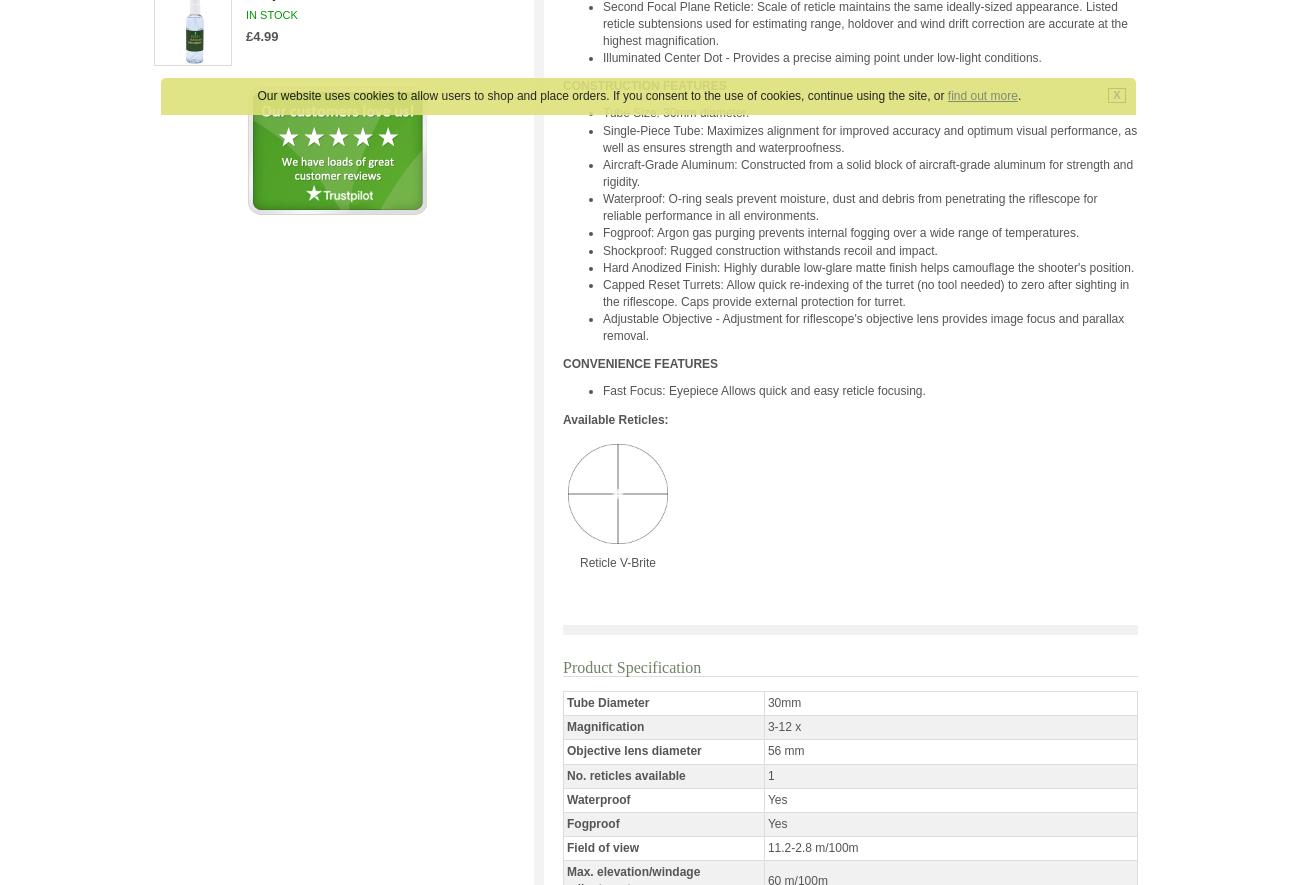 The image size is (1300, 885). What do you see at coordinates (602, 327) in the screenshot?
I see `'Adjustable Objective - Adjustment for riflescope's objective lens provides image focus and parallax removal.'` at bounding box center [602, 327].